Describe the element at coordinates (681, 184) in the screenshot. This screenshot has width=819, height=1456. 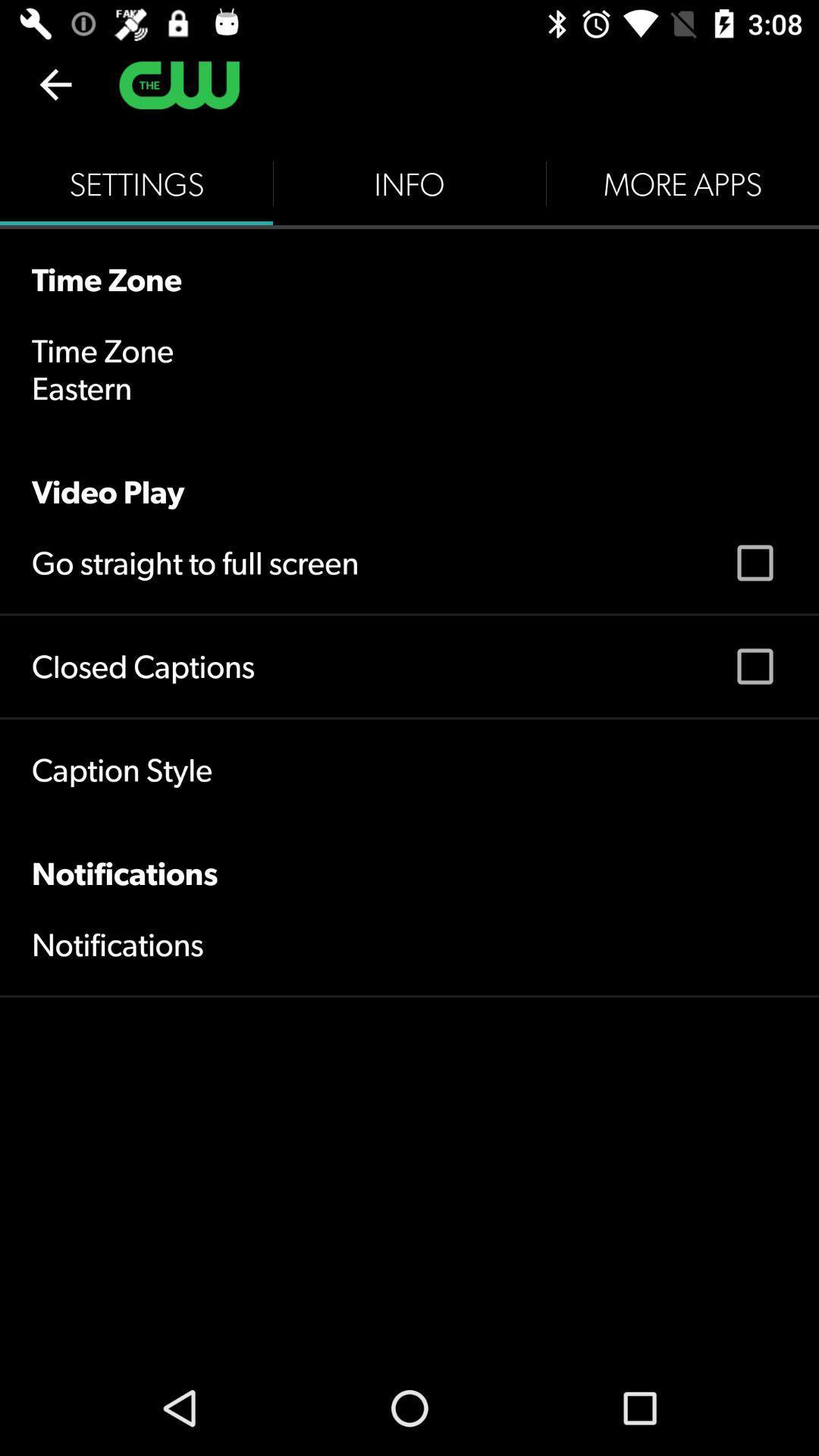
I see `the item at the top right corner` at that location.